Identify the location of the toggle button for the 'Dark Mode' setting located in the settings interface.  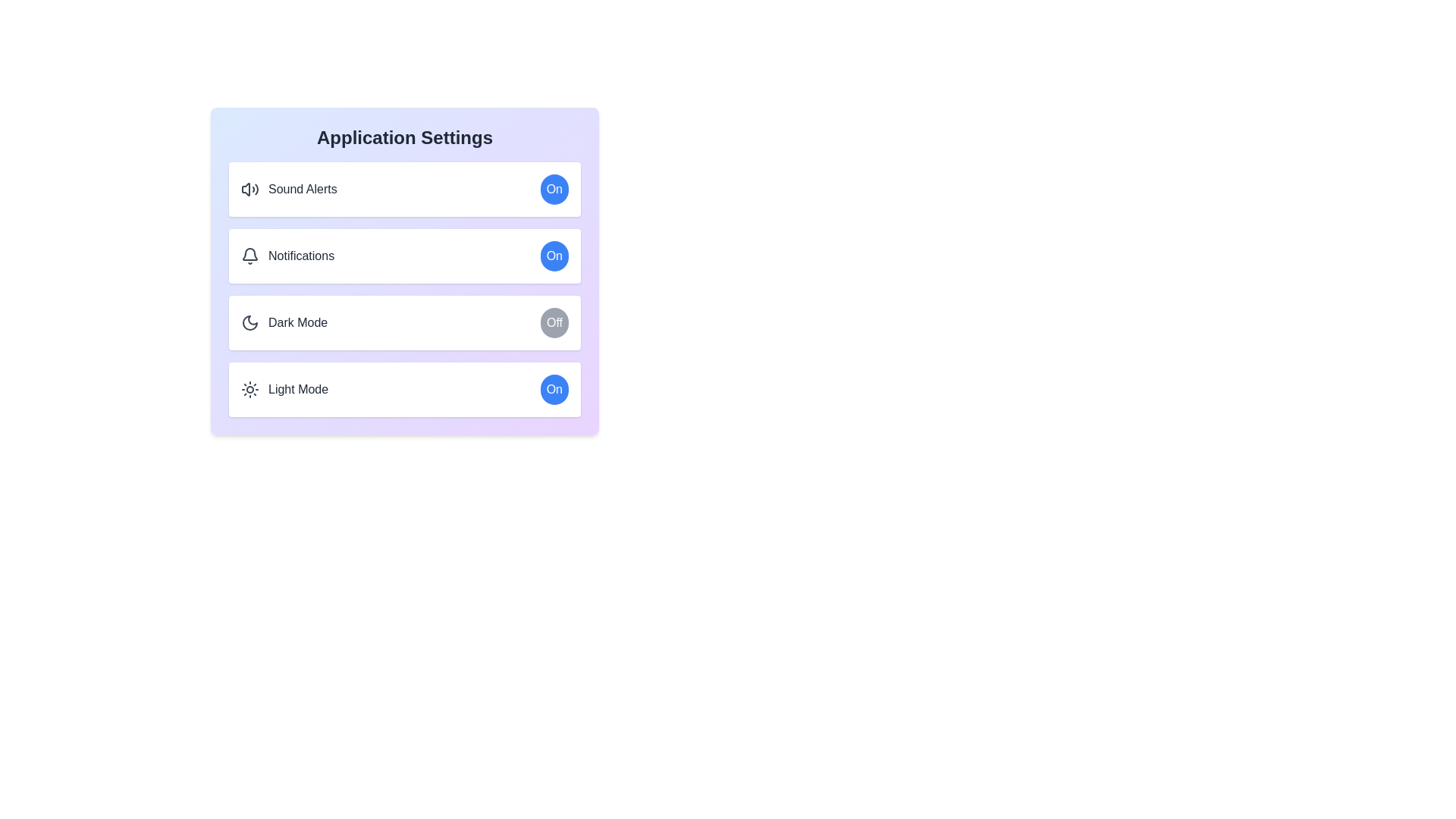
(554, 322).